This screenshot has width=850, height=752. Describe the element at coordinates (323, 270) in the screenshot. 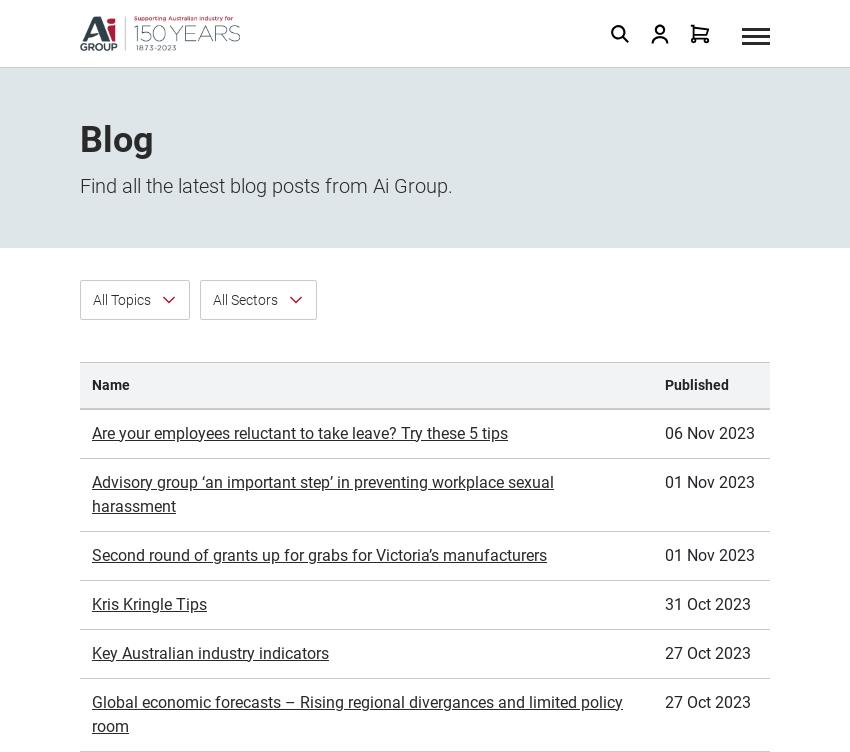

I see `'Advisory group ‘an important step’ in preventing workplace sexual harassment'` at that location.